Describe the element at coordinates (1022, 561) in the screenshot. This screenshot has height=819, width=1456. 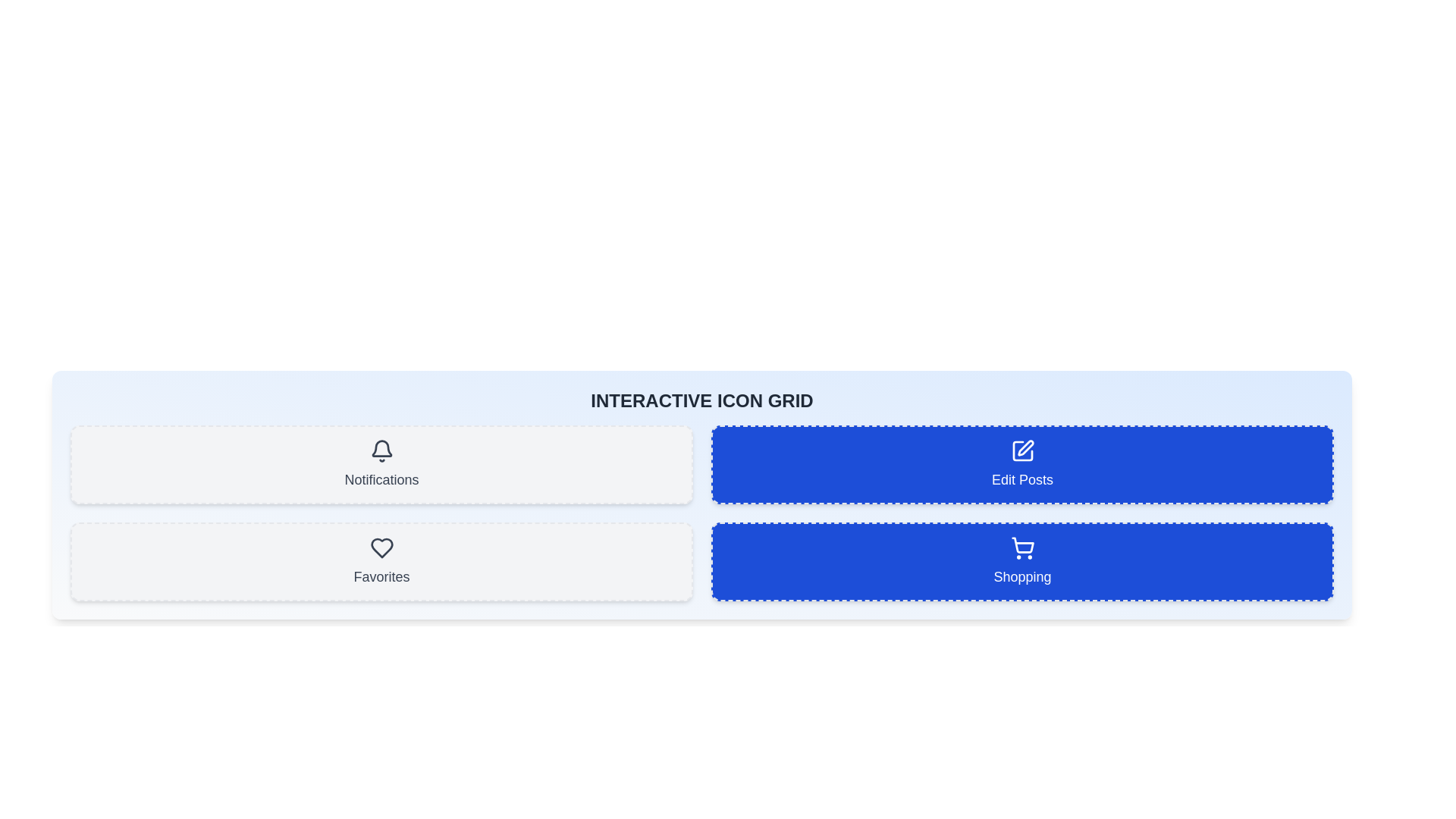
I see `the grid item identified by Shopping` at that location.